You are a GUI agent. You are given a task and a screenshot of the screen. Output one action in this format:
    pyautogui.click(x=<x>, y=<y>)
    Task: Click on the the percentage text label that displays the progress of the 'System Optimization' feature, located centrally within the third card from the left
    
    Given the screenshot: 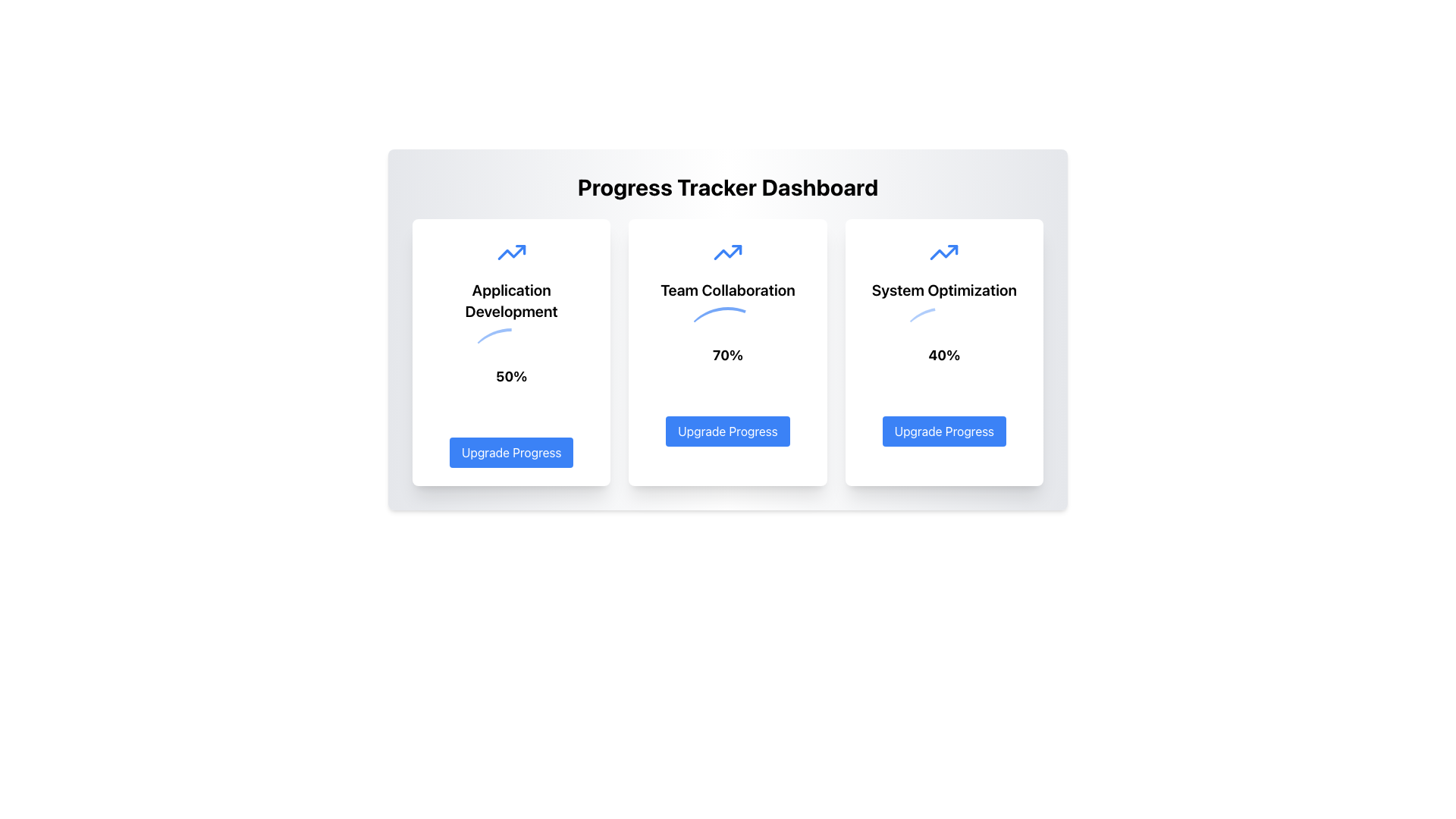 What is the action you would take?
    pyautogui.click(x=943, y=356)
    